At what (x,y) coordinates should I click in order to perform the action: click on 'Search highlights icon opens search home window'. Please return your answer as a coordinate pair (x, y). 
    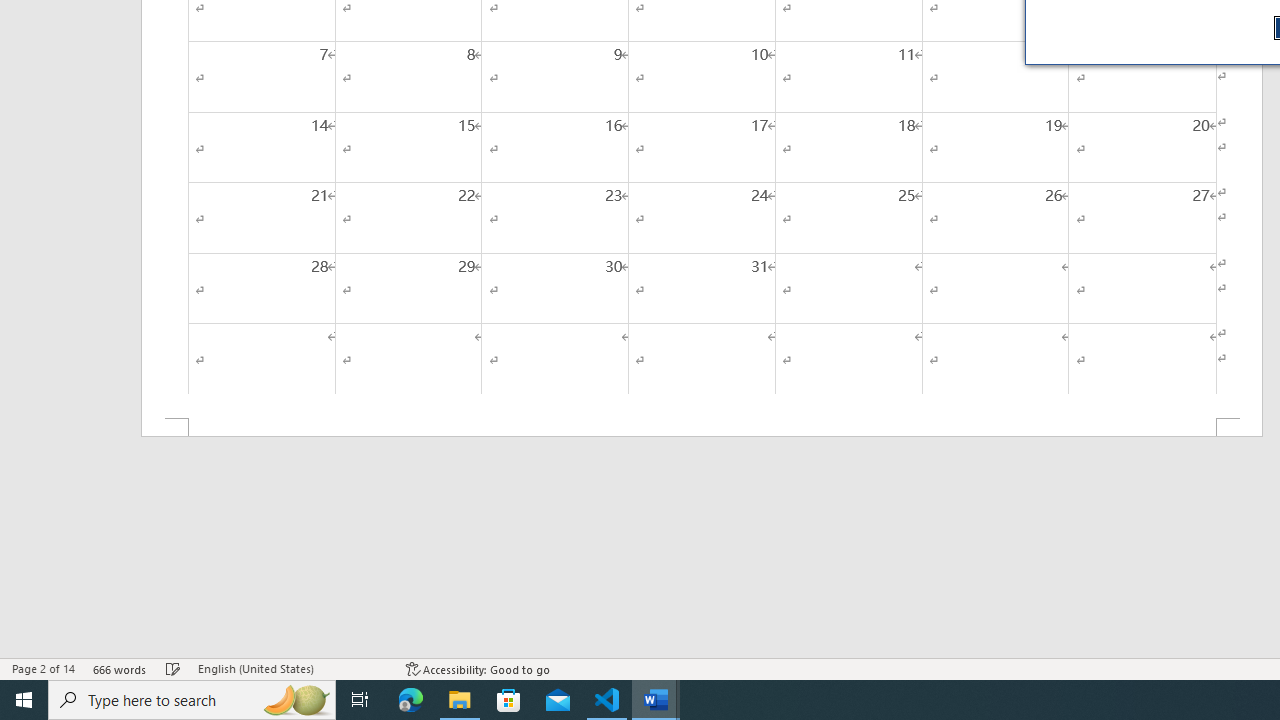
    Looking at the image, I should click on (294, 698).